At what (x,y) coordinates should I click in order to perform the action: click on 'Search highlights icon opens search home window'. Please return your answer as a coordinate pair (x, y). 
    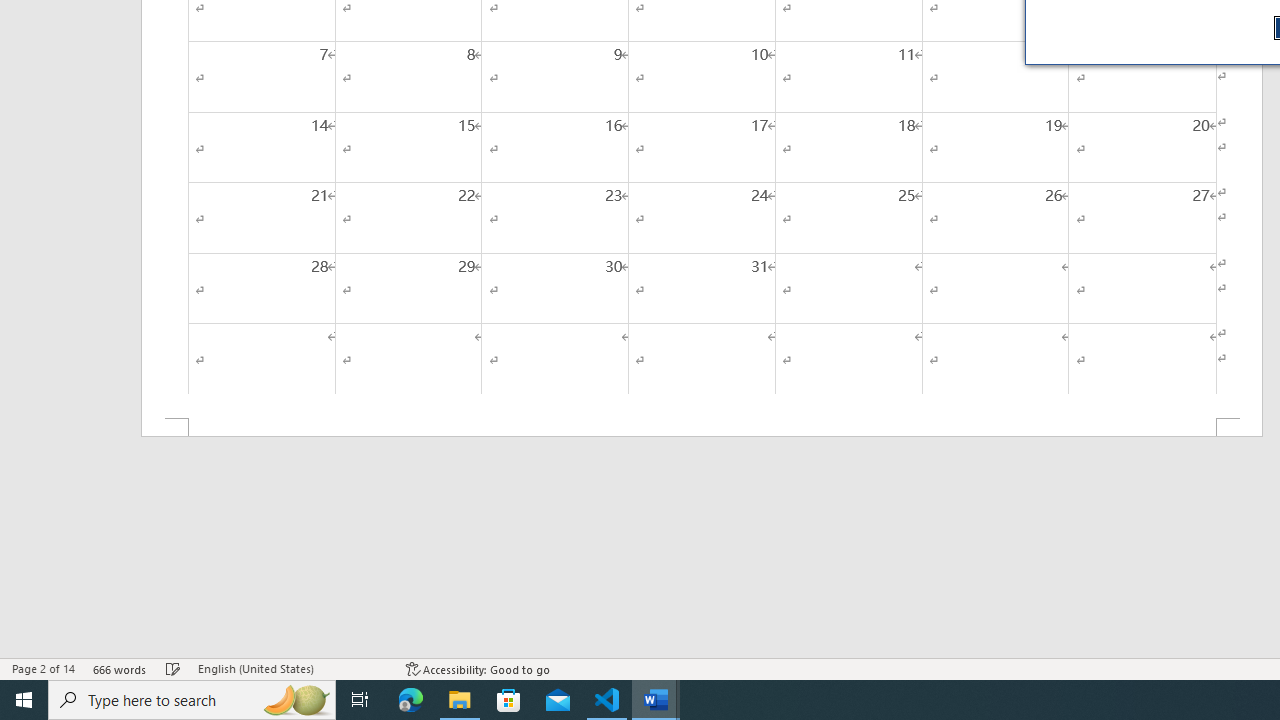
    Looking at the image, I should click on (294, 698).